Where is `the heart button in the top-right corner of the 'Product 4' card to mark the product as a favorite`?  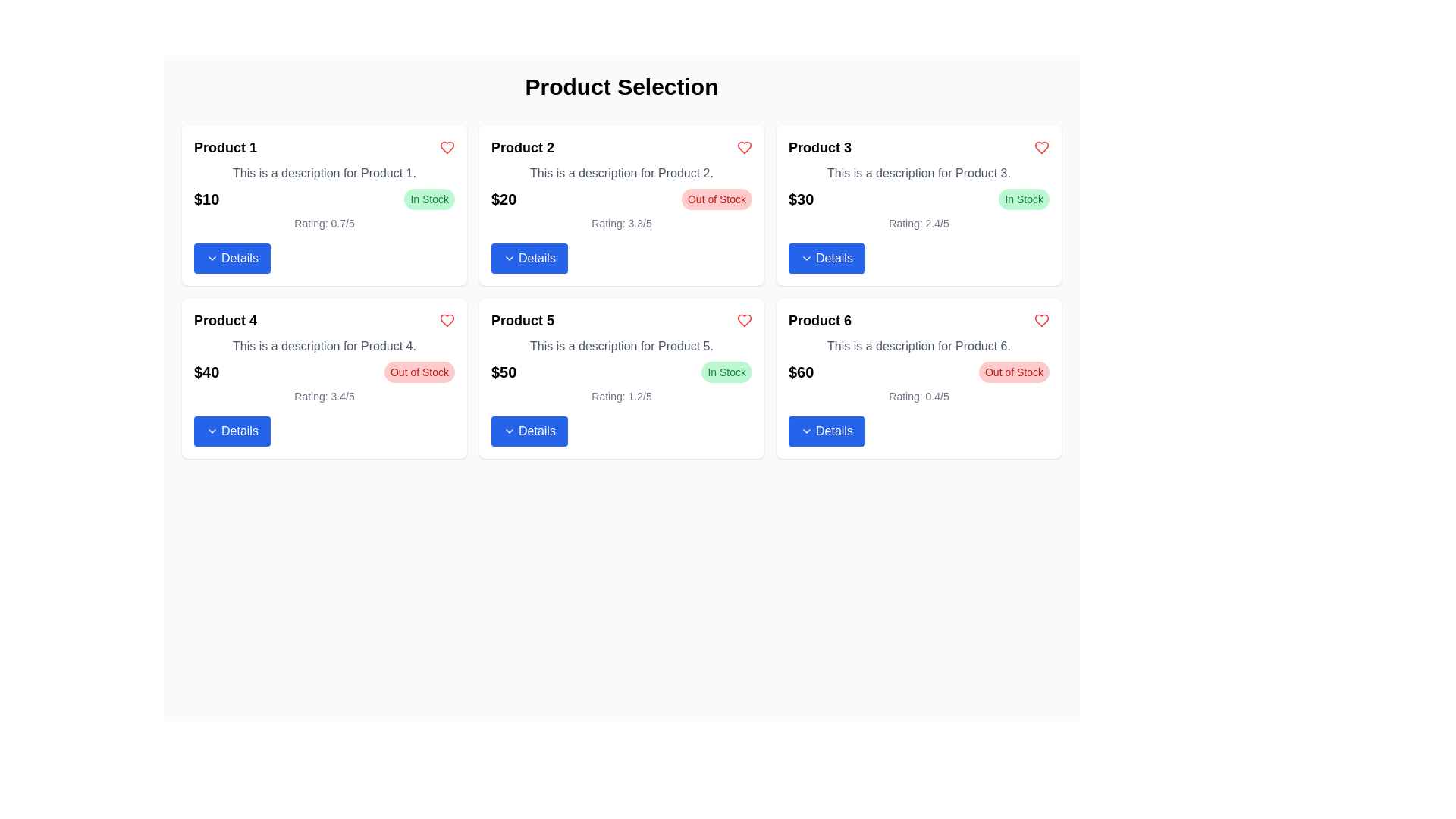
the heart button in the top-right corner of the 'Product 4' card to mark the product as a favorite is located at coordinates (447, 320).